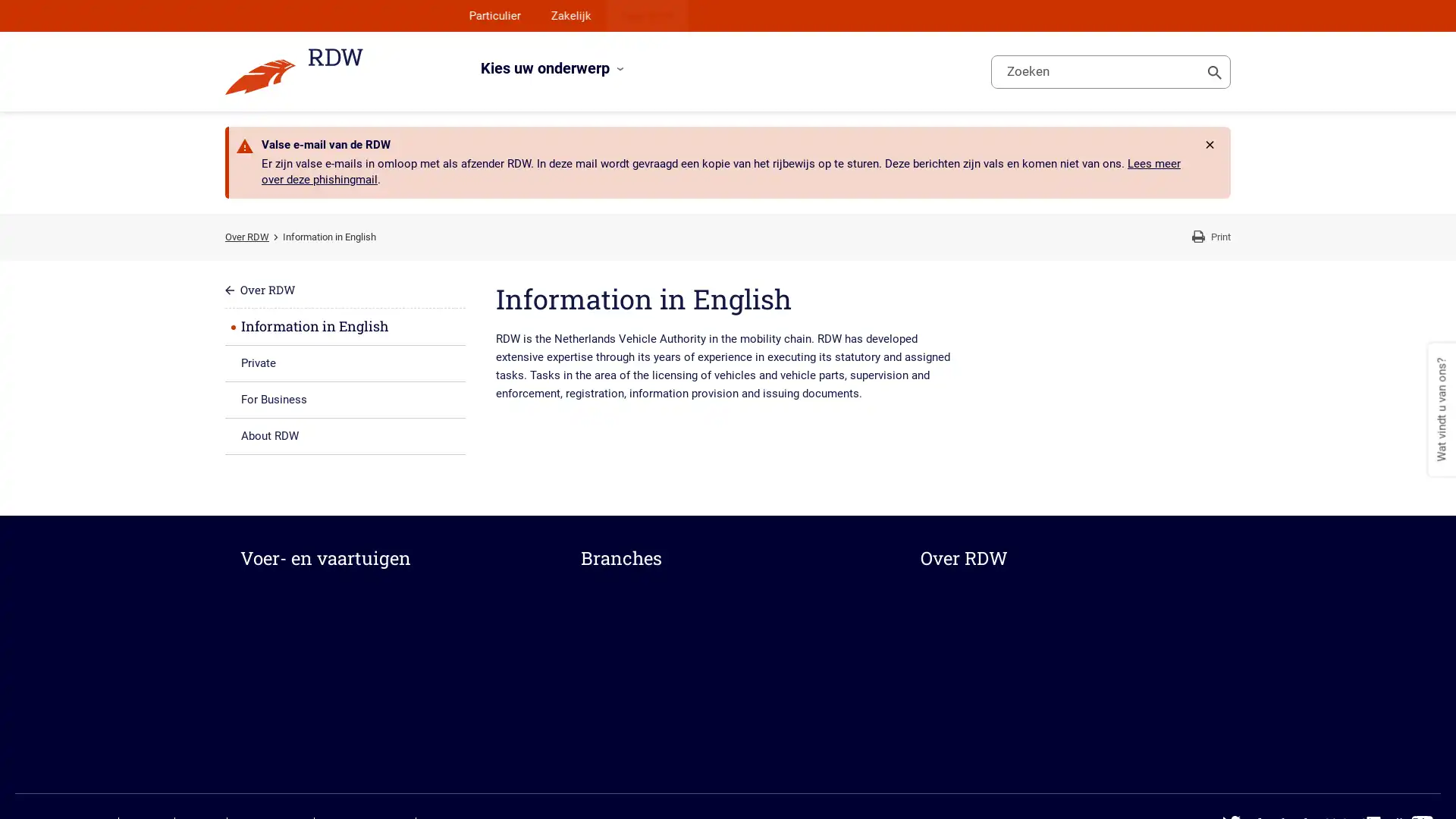 The image size is (1456, 819). Describe the element at coordinates (1210, 237) in the screenshot. I see `Print` at that location.